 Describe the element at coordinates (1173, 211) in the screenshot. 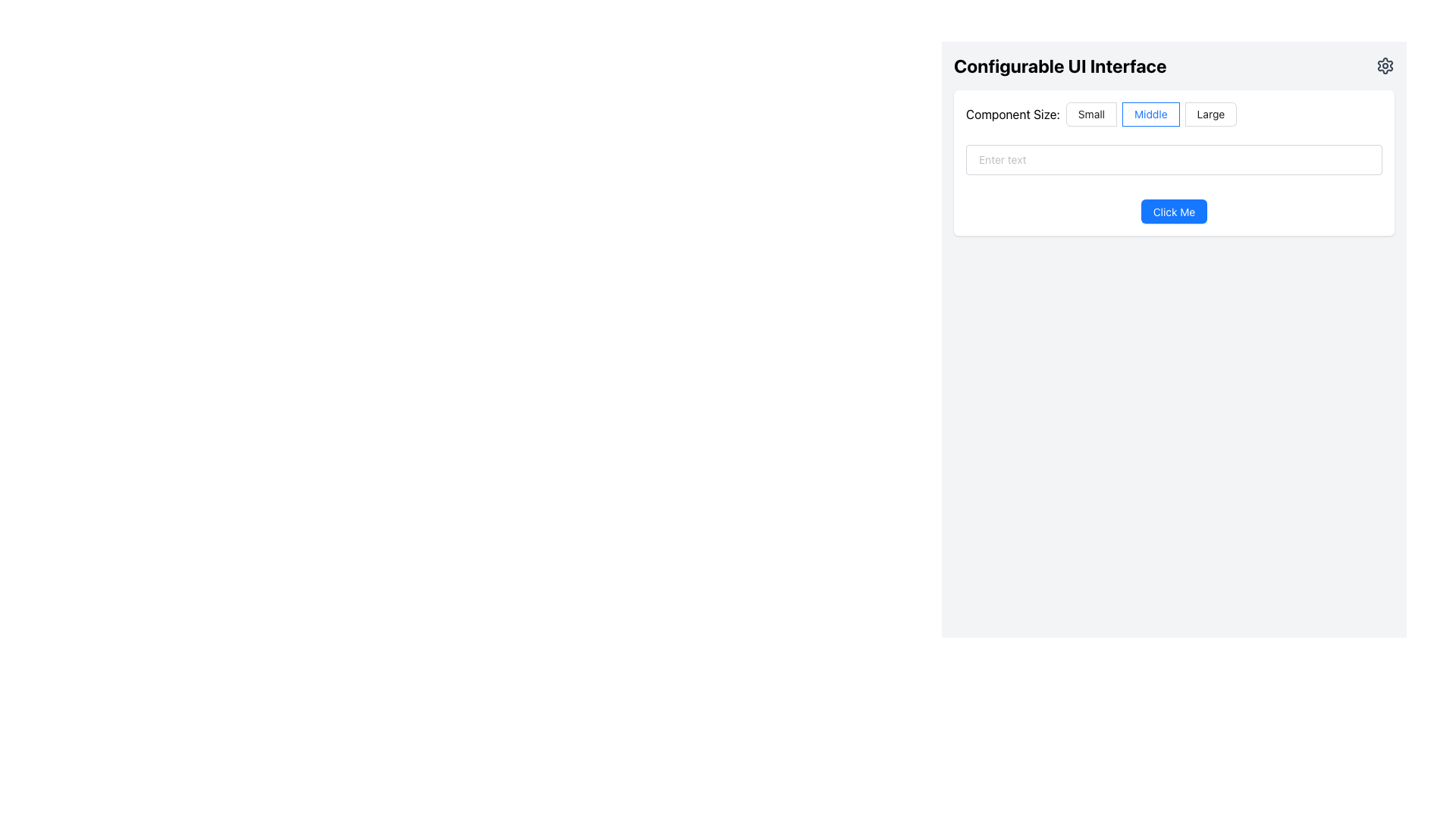

I see `the button that contains the text 'Click Me', which is styled with bold, white font on a vibrant blue background, located at the bottom center of the configuration section` at that location.